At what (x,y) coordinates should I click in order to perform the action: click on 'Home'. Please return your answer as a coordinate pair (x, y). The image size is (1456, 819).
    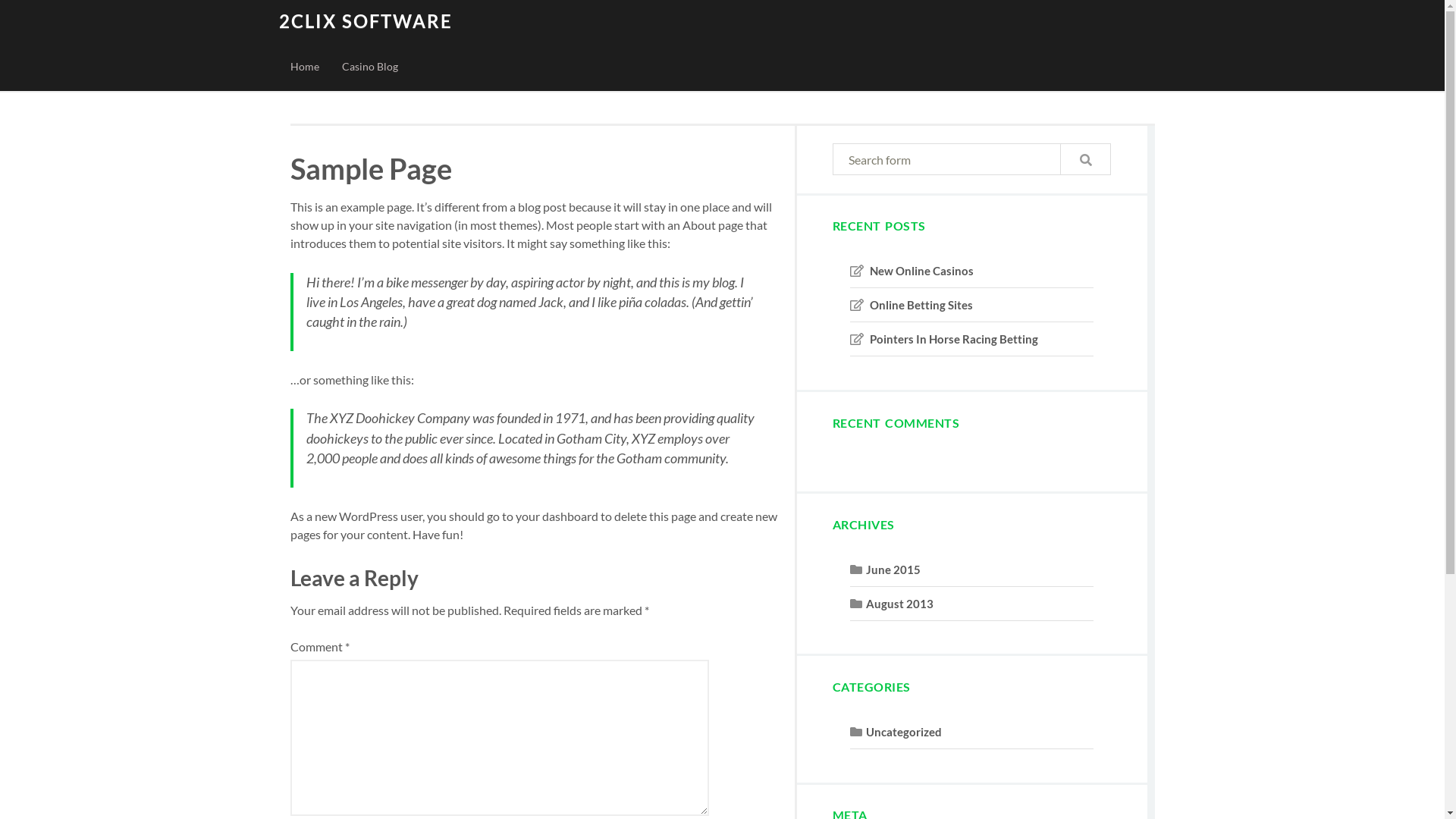
    Looking at the image, I should click on (304, 66).